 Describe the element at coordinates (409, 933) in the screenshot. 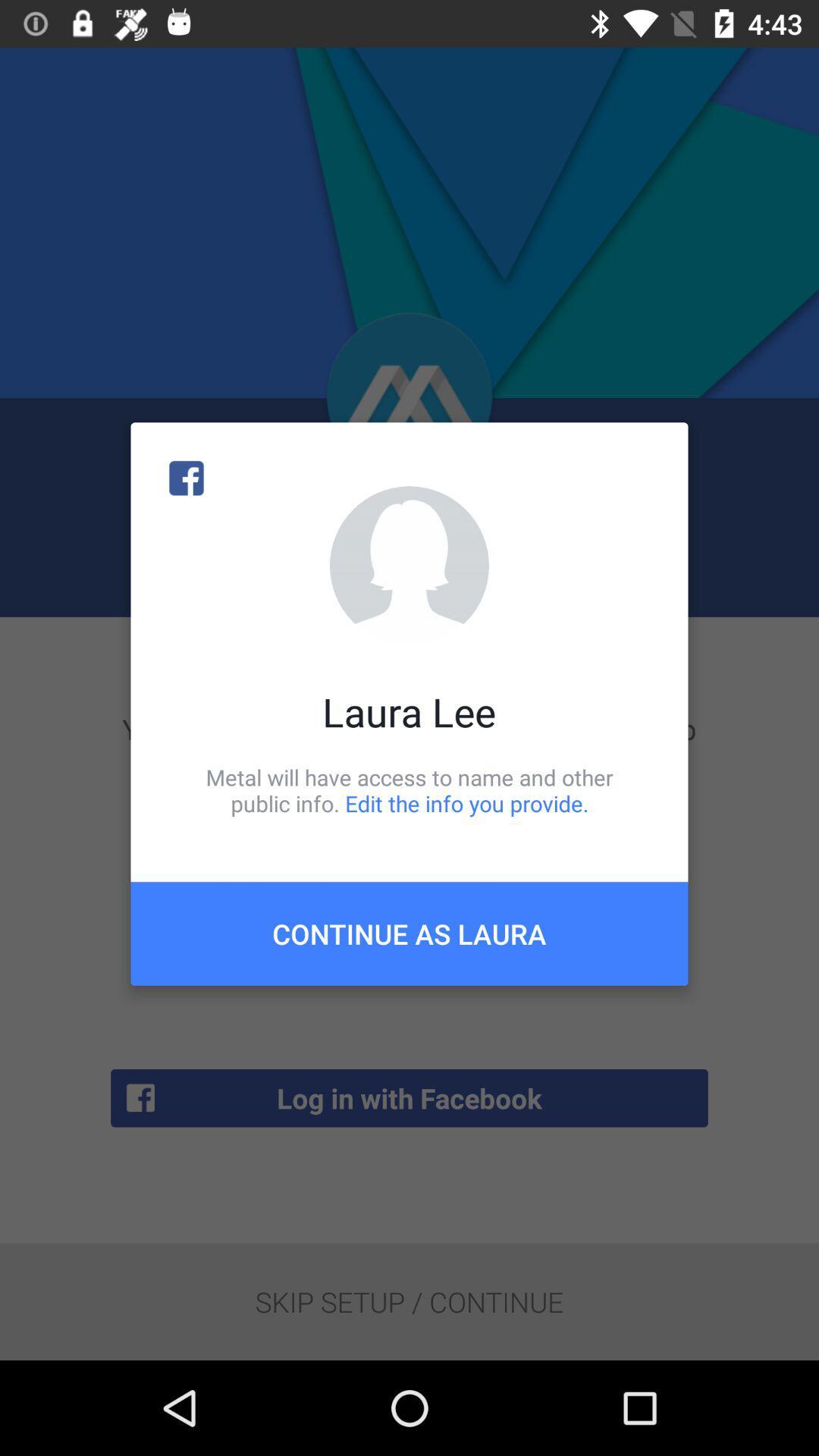

I see `item below metal will have item` at that location.